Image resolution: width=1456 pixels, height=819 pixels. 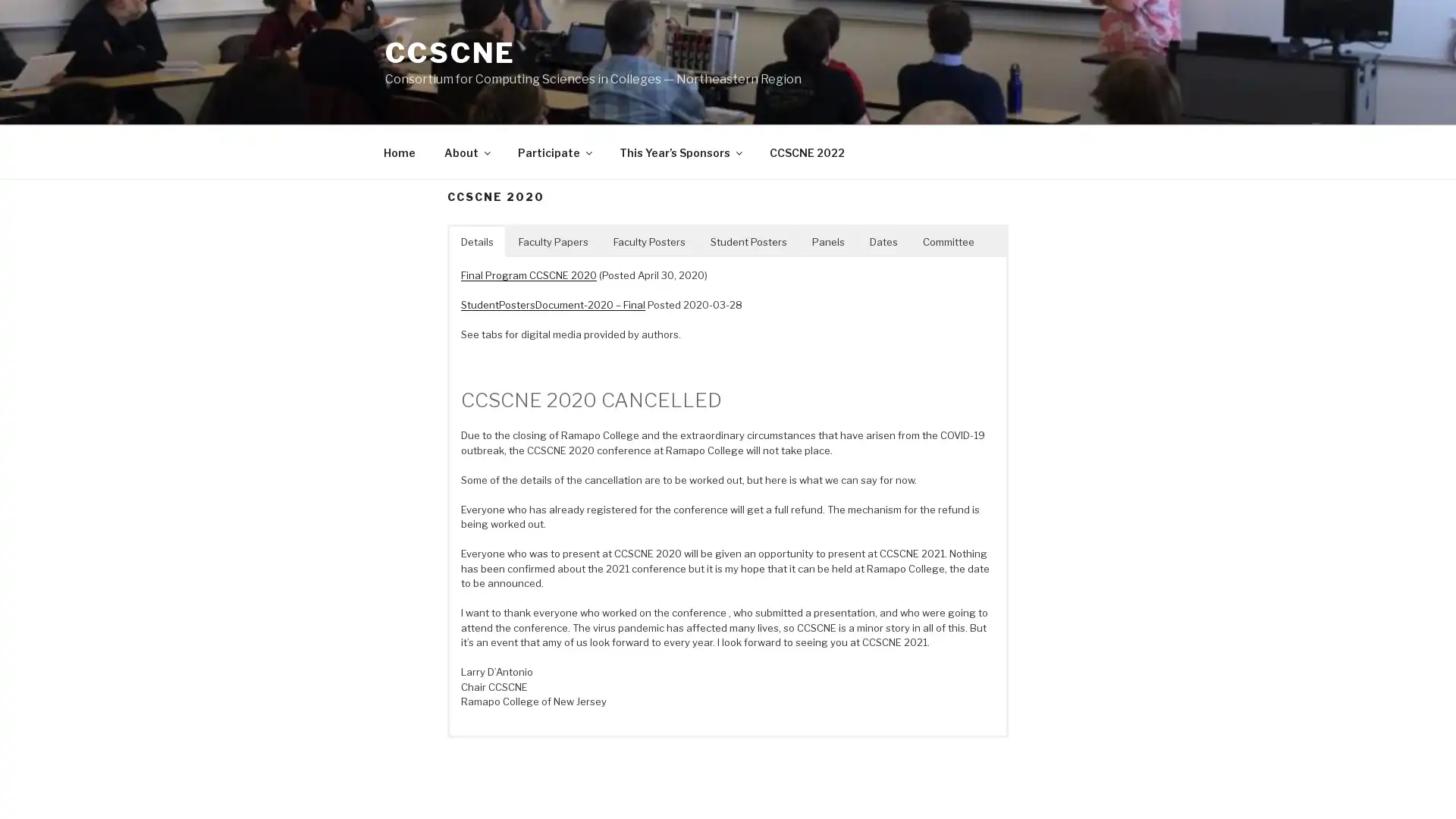 What do you see at coordinates (748, 240) in the screenshot?
I see `Student Posters` at bounding box center [748, 240].